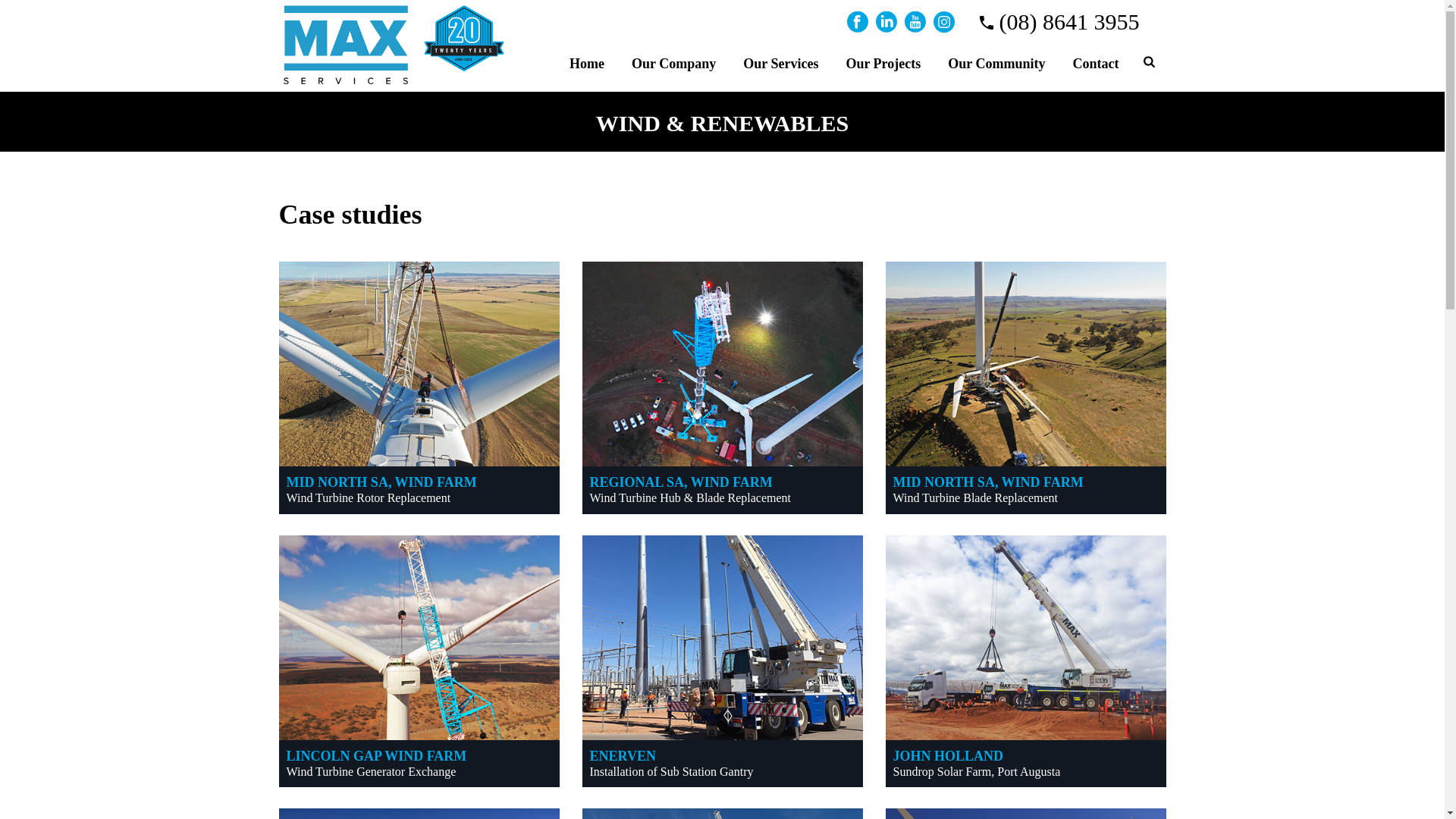 The height and width of the screenshot is (819, 1456). I want to click on 'Wind Turbine Blade Replacement', so click(975, 497).